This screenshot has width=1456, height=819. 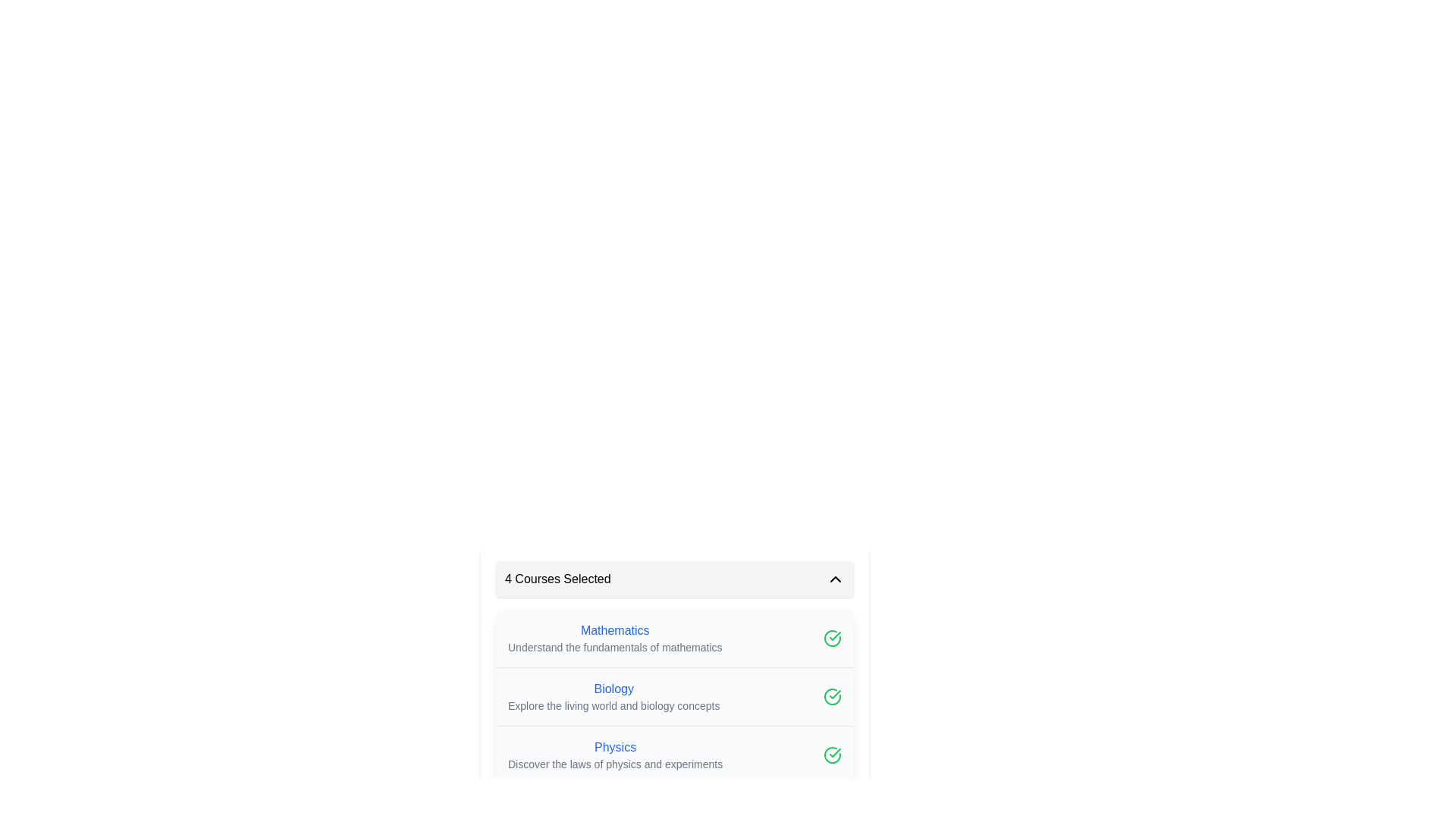 What do you see at coordinates (613, 705) in the screenshot?
I see `the text label displaying 'Explore the living world and biology concepts,' which is styled in gray and located below the 'Biology' label in the educational topics list` at bounding box center [613, 705].